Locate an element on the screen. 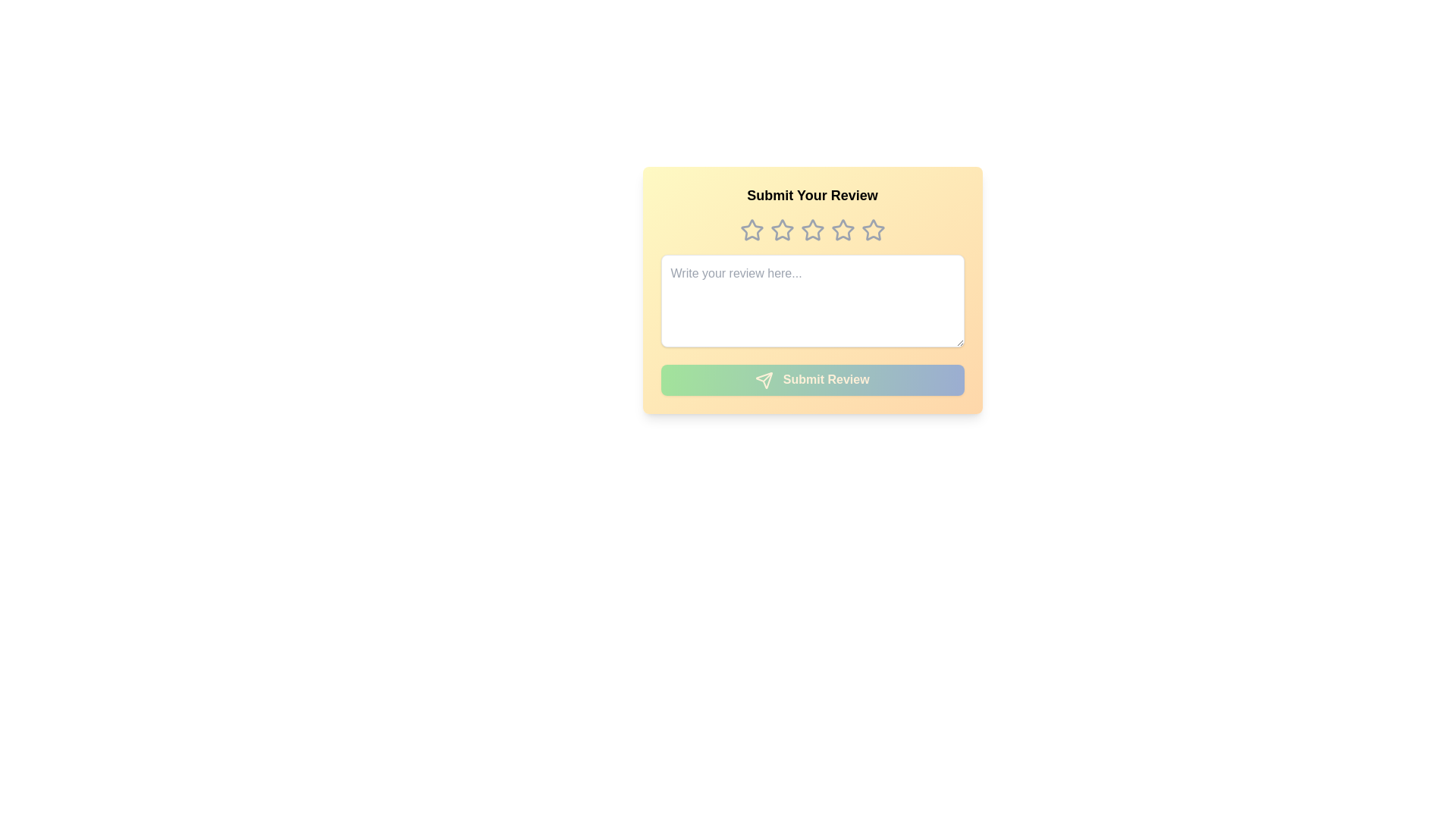  the fourth star icon in the interactive rating row is located at coordinates (842, 230).